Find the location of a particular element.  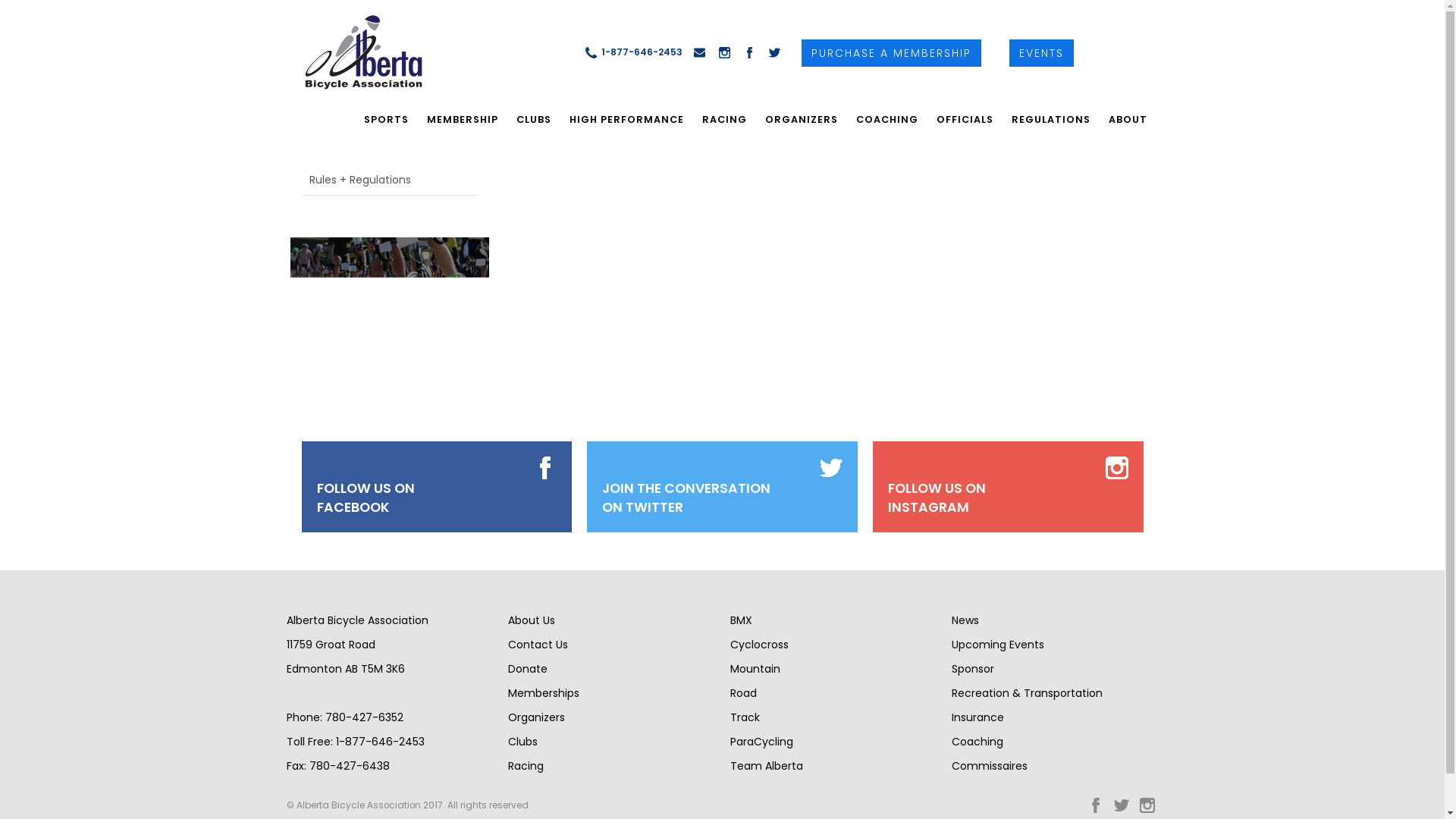

'CLUBS' is located at coordinates (532, 119).